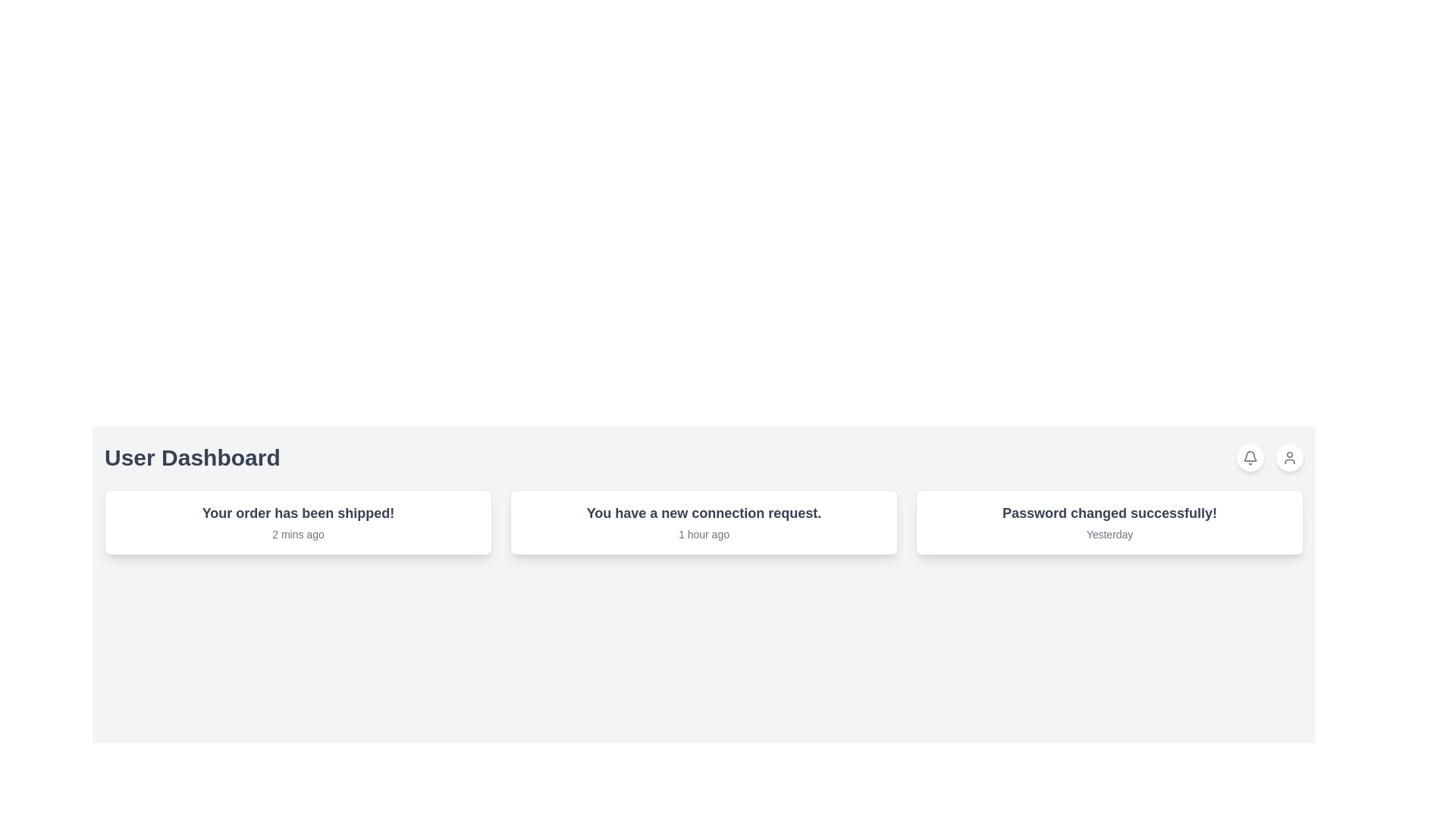 The height and width of the screenshot is (819, 1456). Describe the element at coordinates (1250, 457) in the screenshot. I see `the bell icon in the top-right corner of the user interface` at that location.